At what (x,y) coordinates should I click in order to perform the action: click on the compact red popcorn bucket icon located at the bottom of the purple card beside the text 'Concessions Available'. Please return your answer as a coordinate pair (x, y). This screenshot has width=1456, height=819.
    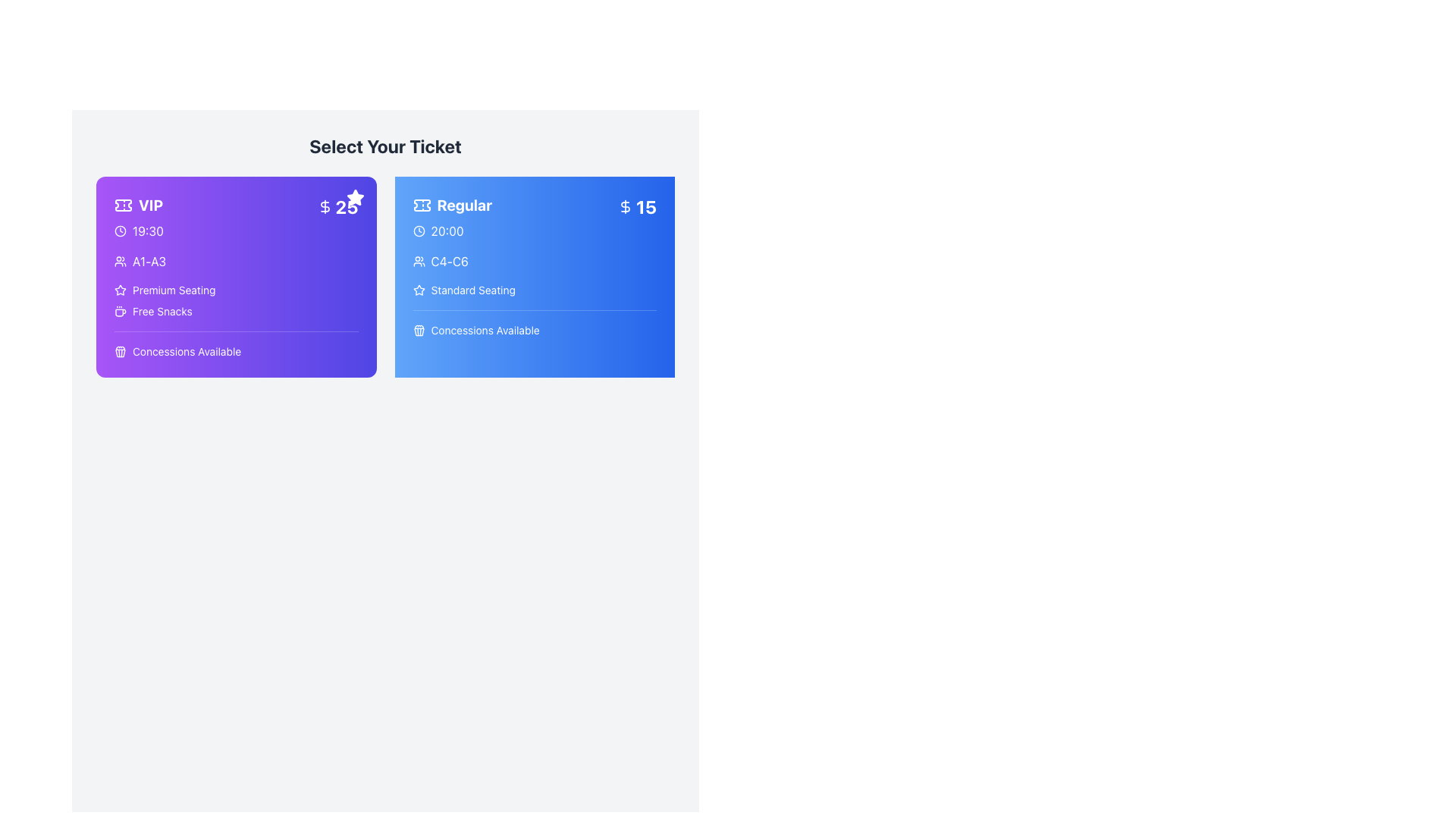
    Looking at the image, I should click on (119, 351).